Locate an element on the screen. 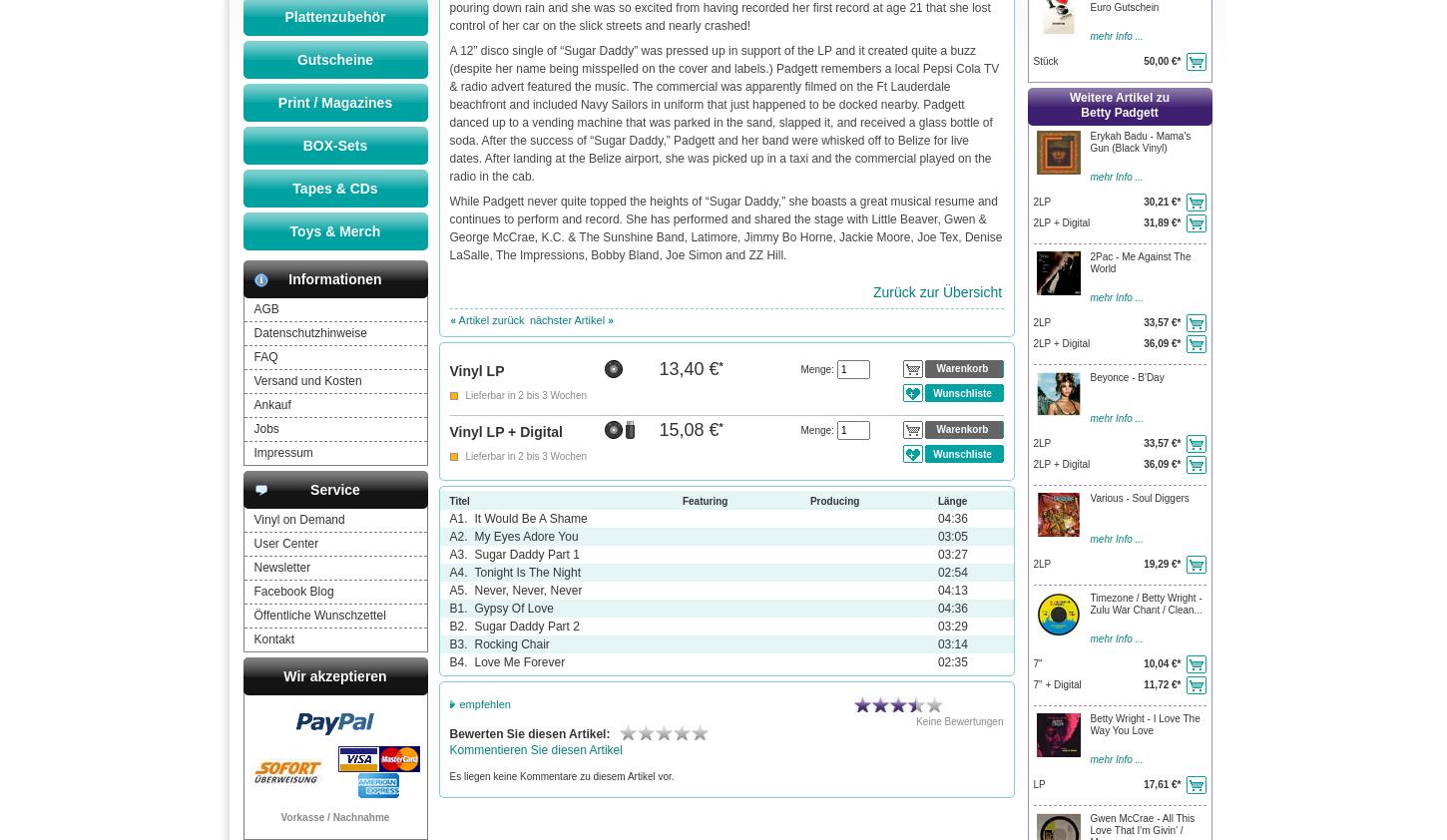  'Vinyl on Demand' is located at coordinates (298, 519).